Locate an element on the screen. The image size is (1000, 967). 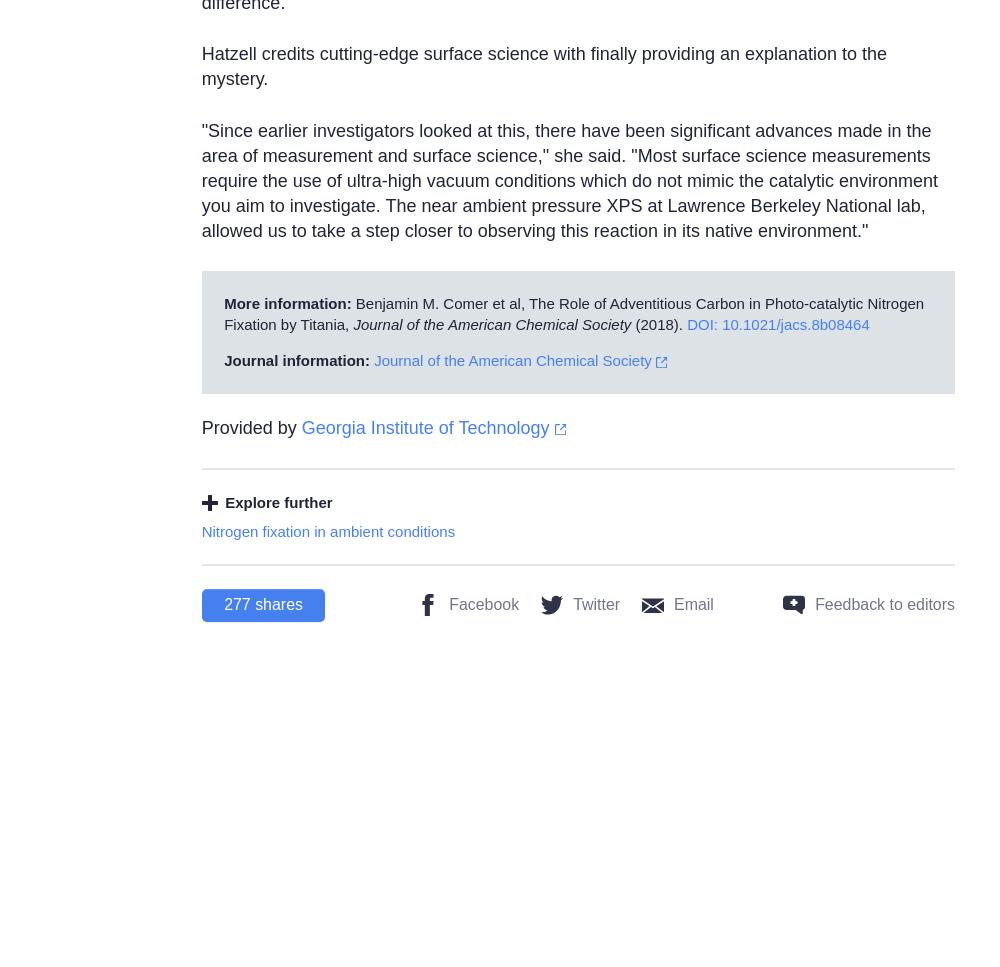
'(2018).' is located at coordinates (631, 324).